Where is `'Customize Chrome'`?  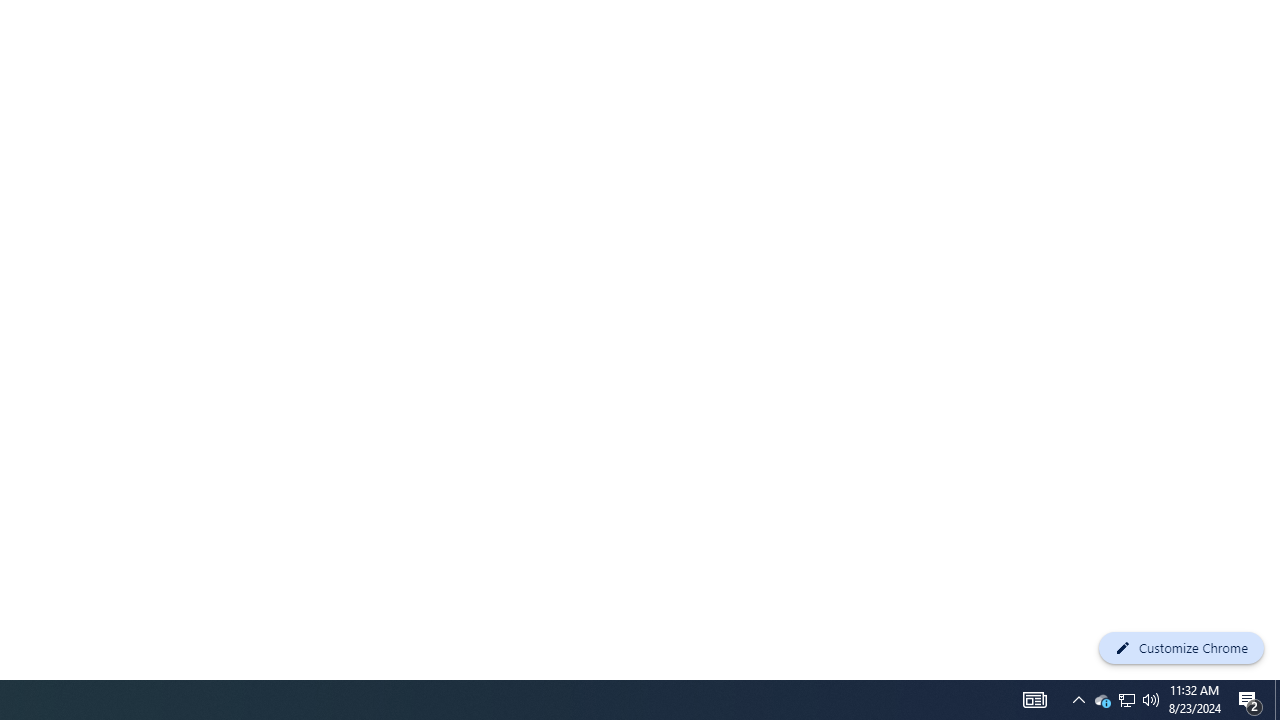 'Customize Chrome' is located at coordinates (1181, 648).